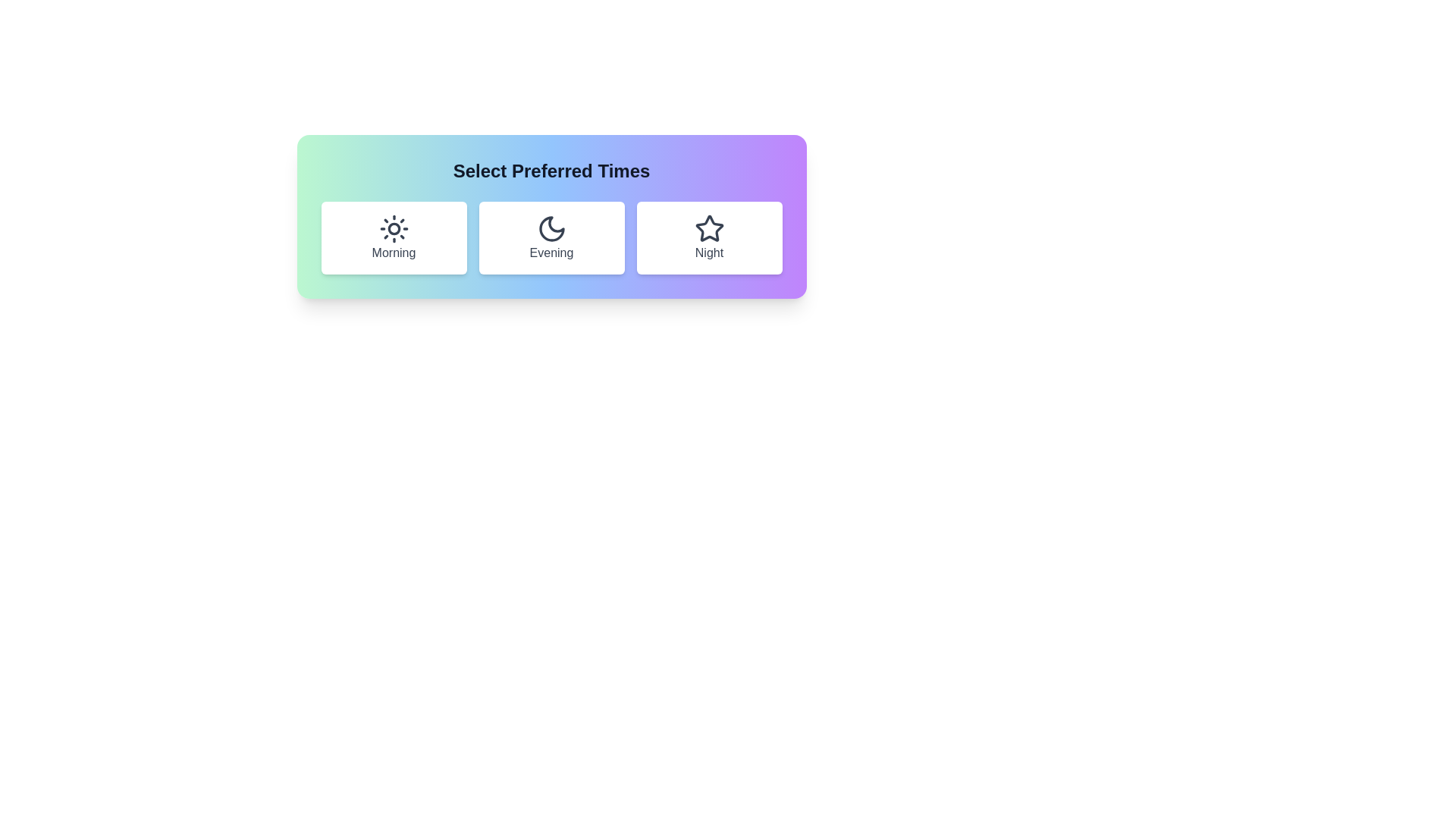  Describe the element at coordinates (551, 171) in the screenshot. I see `the heading text 'Select Preferred Times'` at that location.